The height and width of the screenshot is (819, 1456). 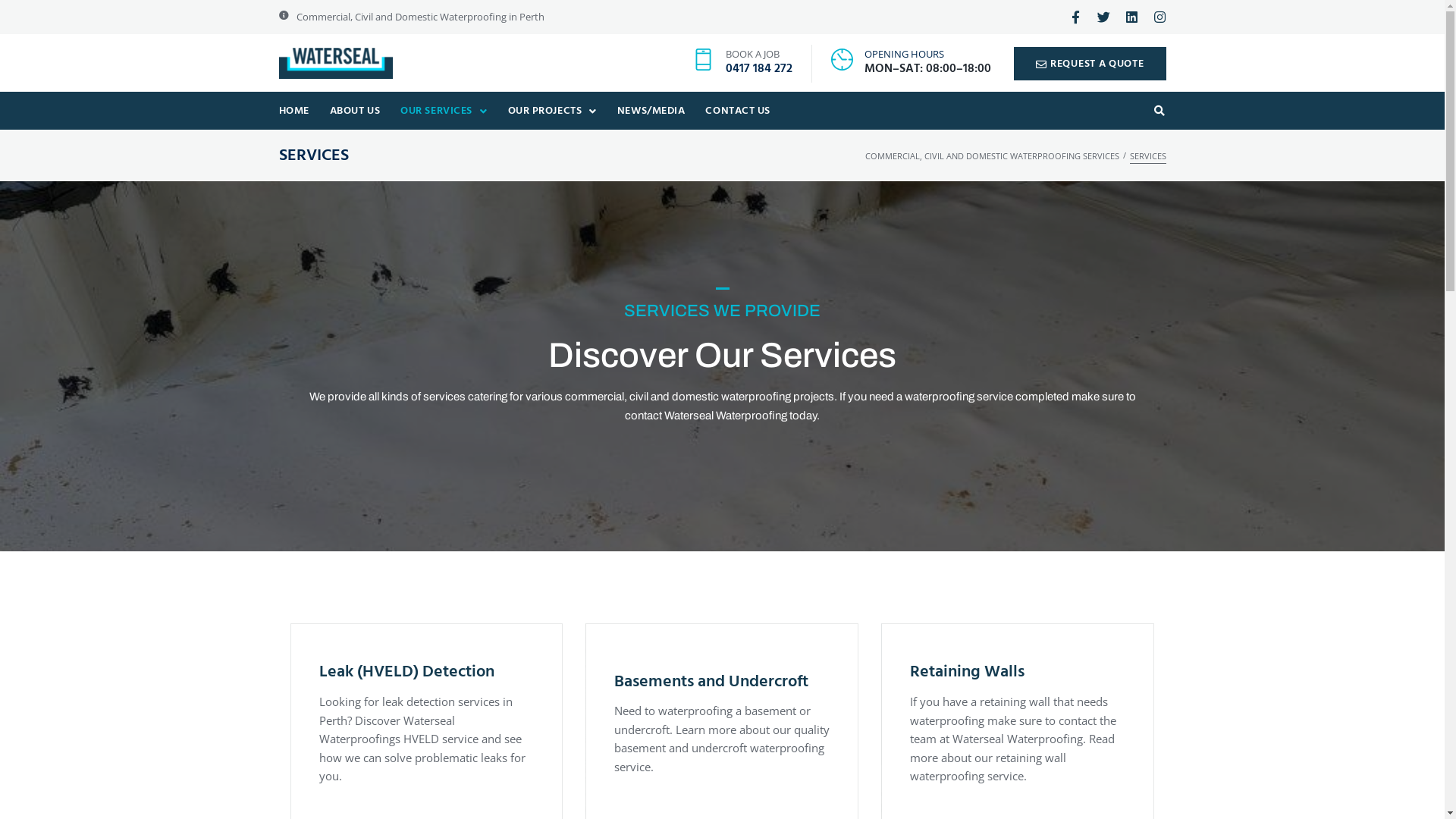 What do you see at coordinates (1089, 62) in the screenshot?
I see `'REQUEST A QUOTE'` at bounding box center [1089, 62].